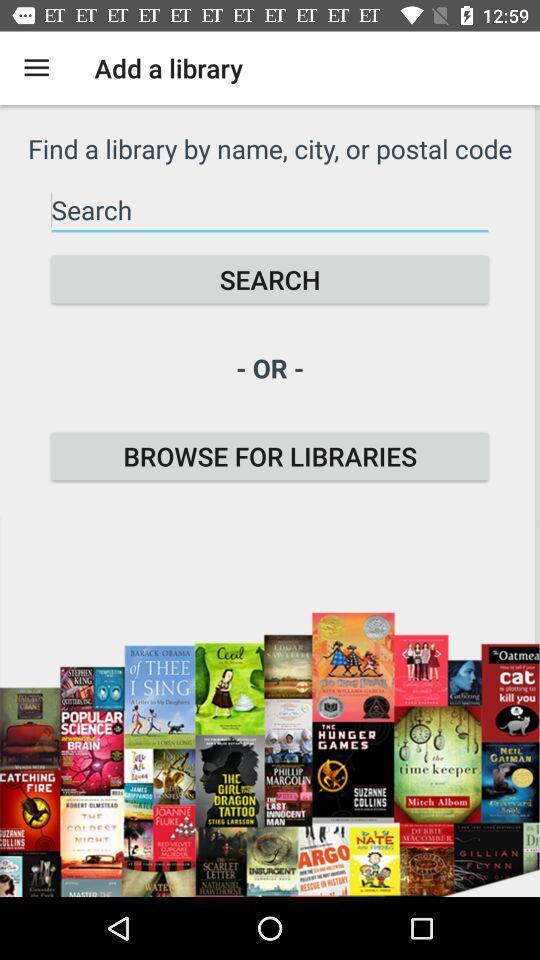  Describe the element at coordinates (270, 210) in the screenshot. I see `search option` at that location.